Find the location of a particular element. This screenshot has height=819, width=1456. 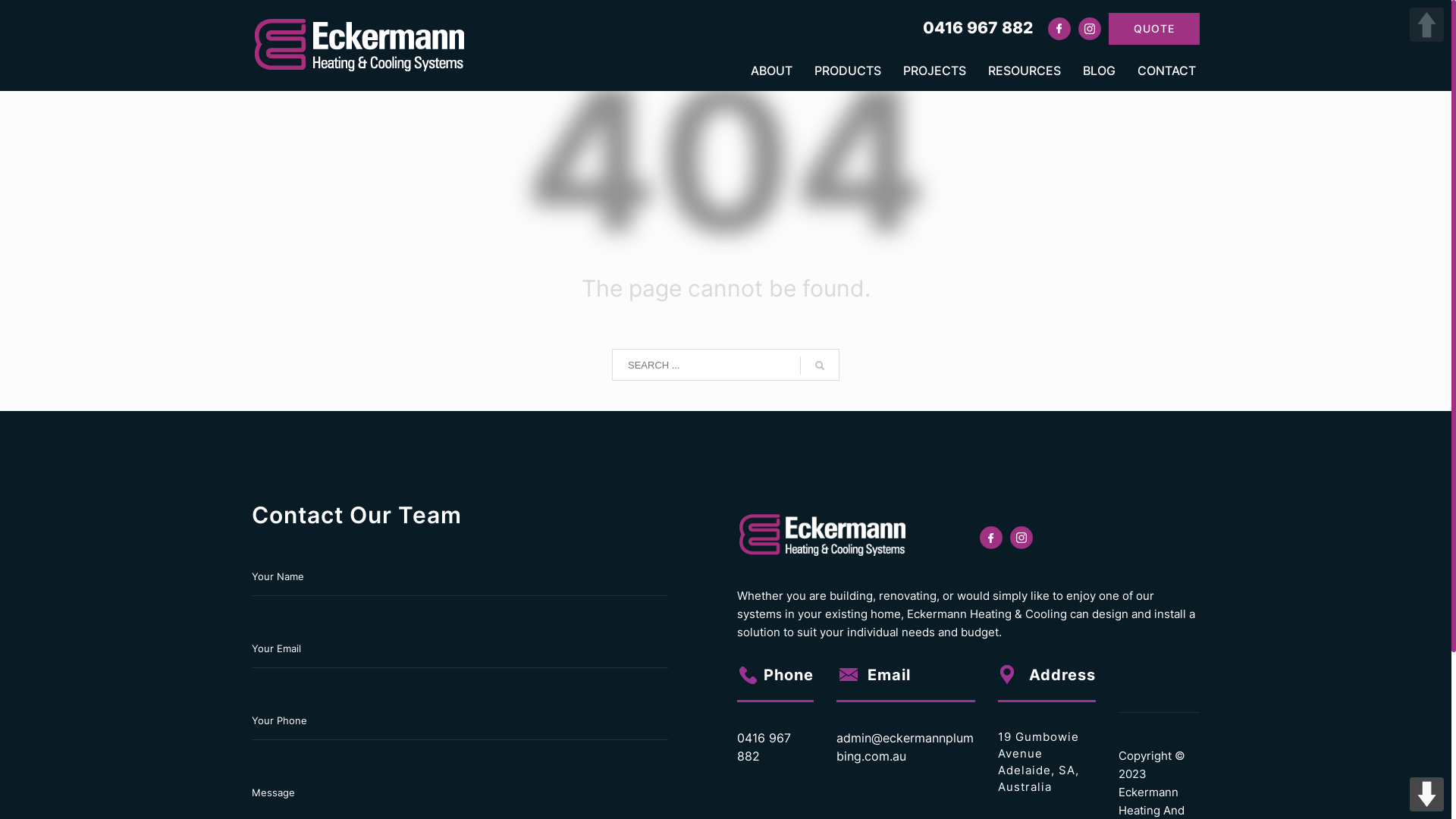

'BLOG' is located at coordinates (1099, 70).